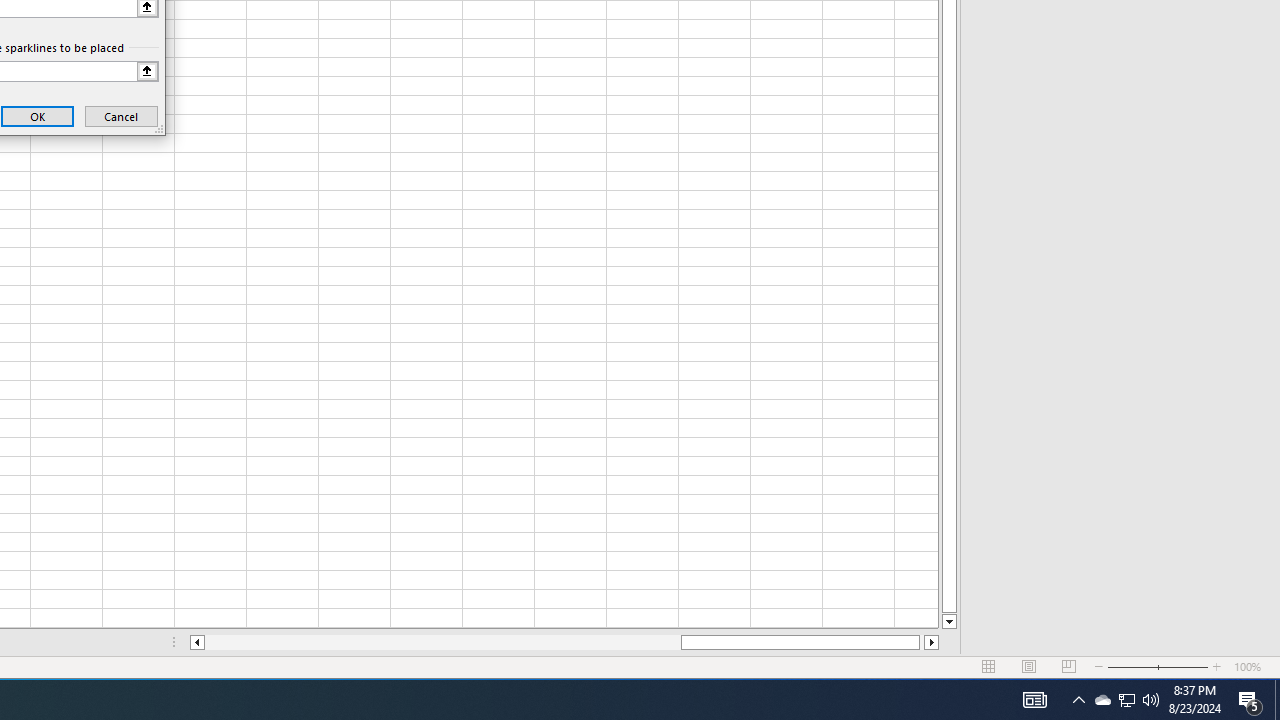 Image resolution: width=1280 pixels, height=720 pixels. I want to click on 'AutomationID: 4105', so click(1034, 698).